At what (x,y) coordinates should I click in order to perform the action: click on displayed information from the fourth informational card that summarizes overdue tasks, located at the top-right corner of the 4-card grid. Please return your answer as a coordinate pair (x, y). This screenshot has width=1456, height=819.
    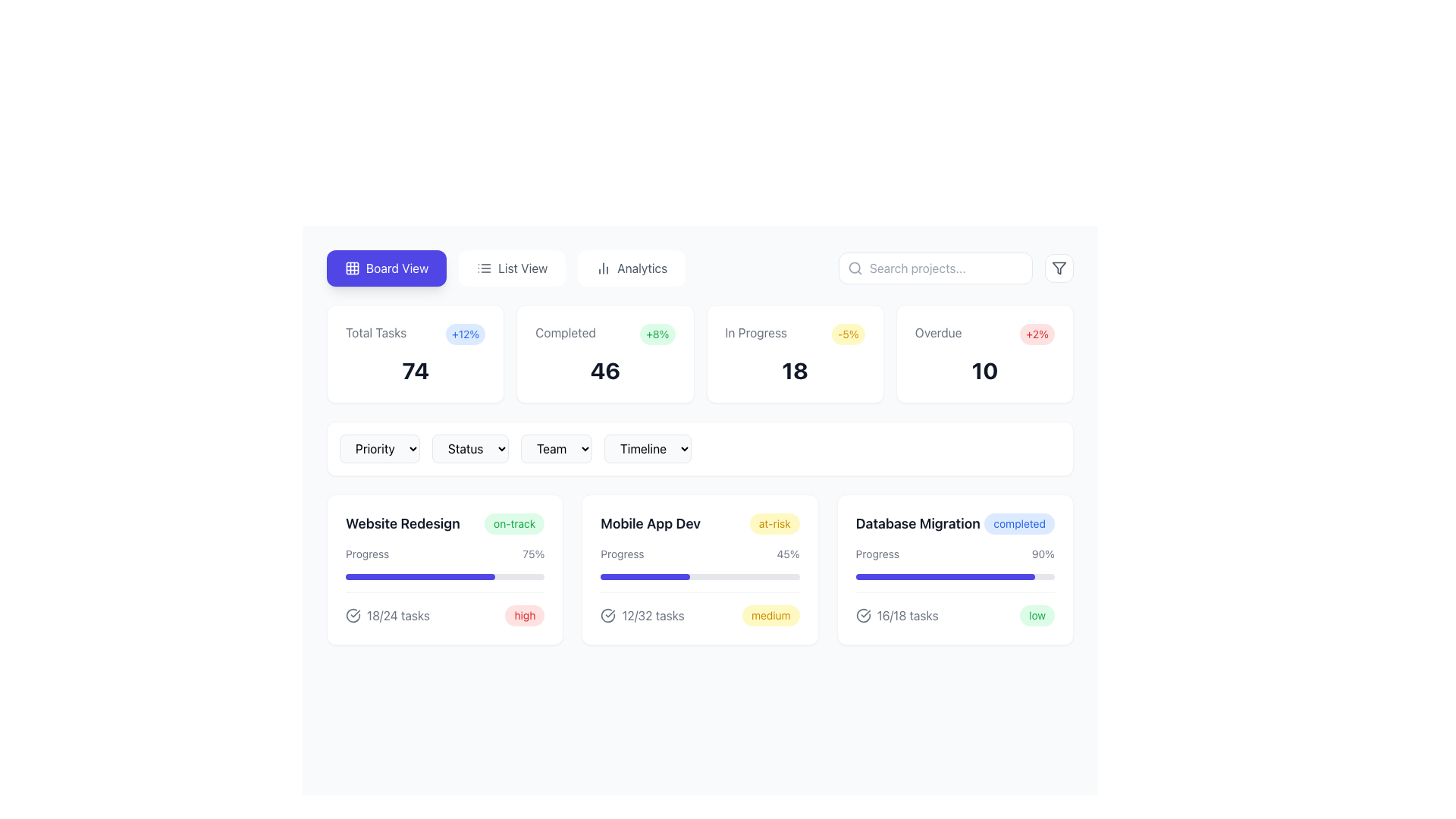
    Looking at the image, I should click on (984, 353).